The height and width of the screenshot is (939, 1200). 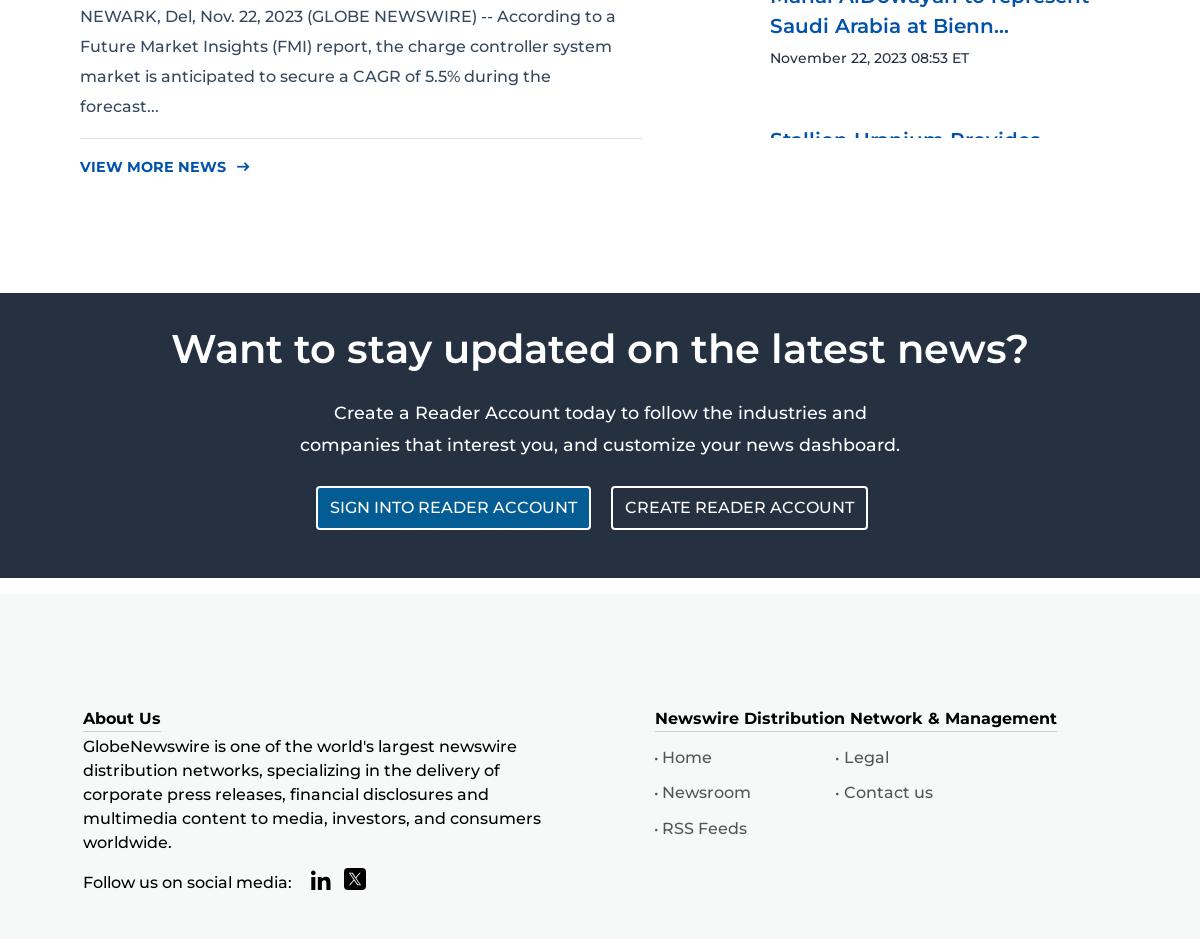 I want to click on 'SIGN INTO READER ACCOUNT', so click(x=452, y=506).